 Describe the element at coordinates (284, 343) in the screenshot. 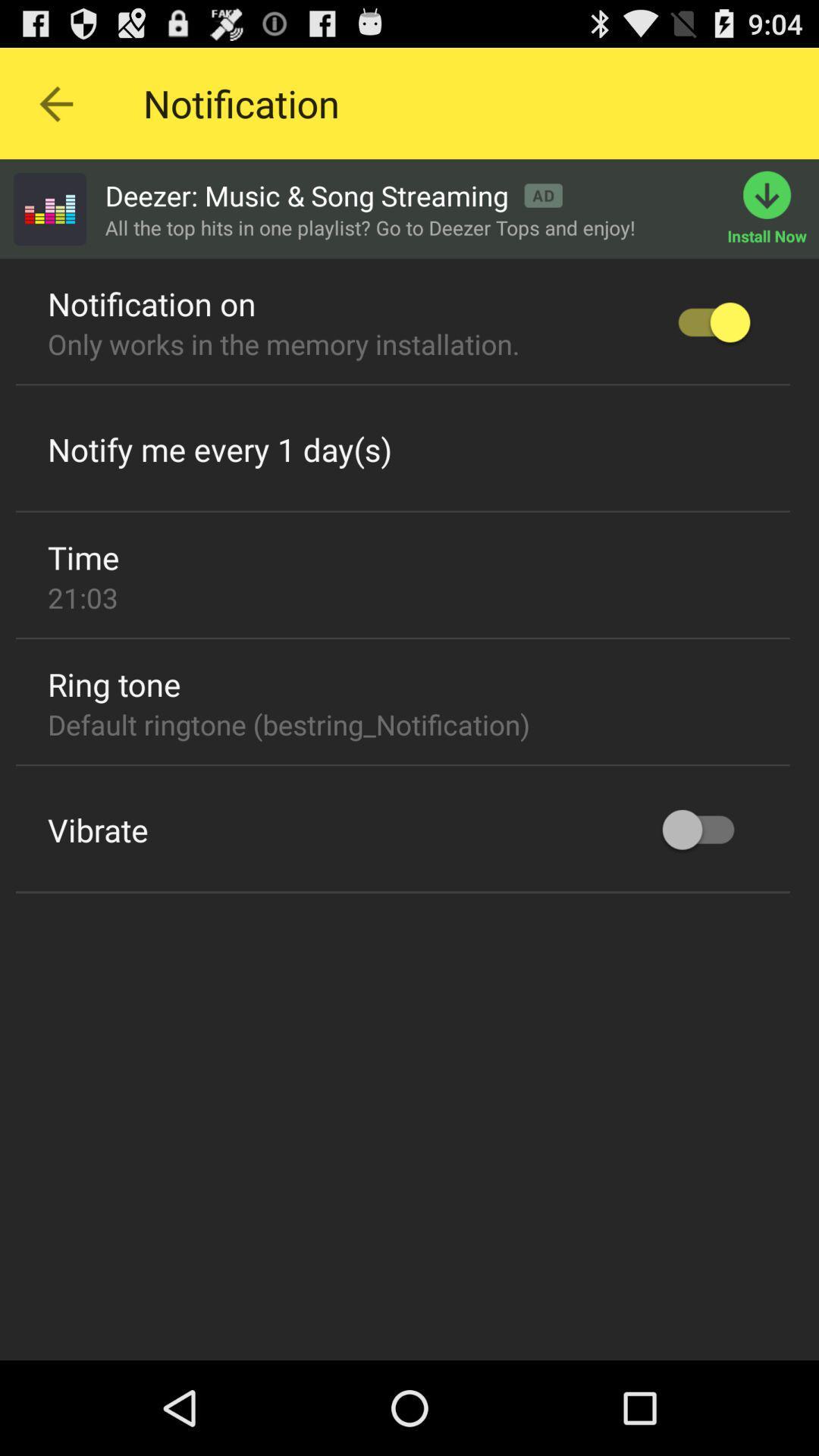

I see `the item below notification on icon` at that location.